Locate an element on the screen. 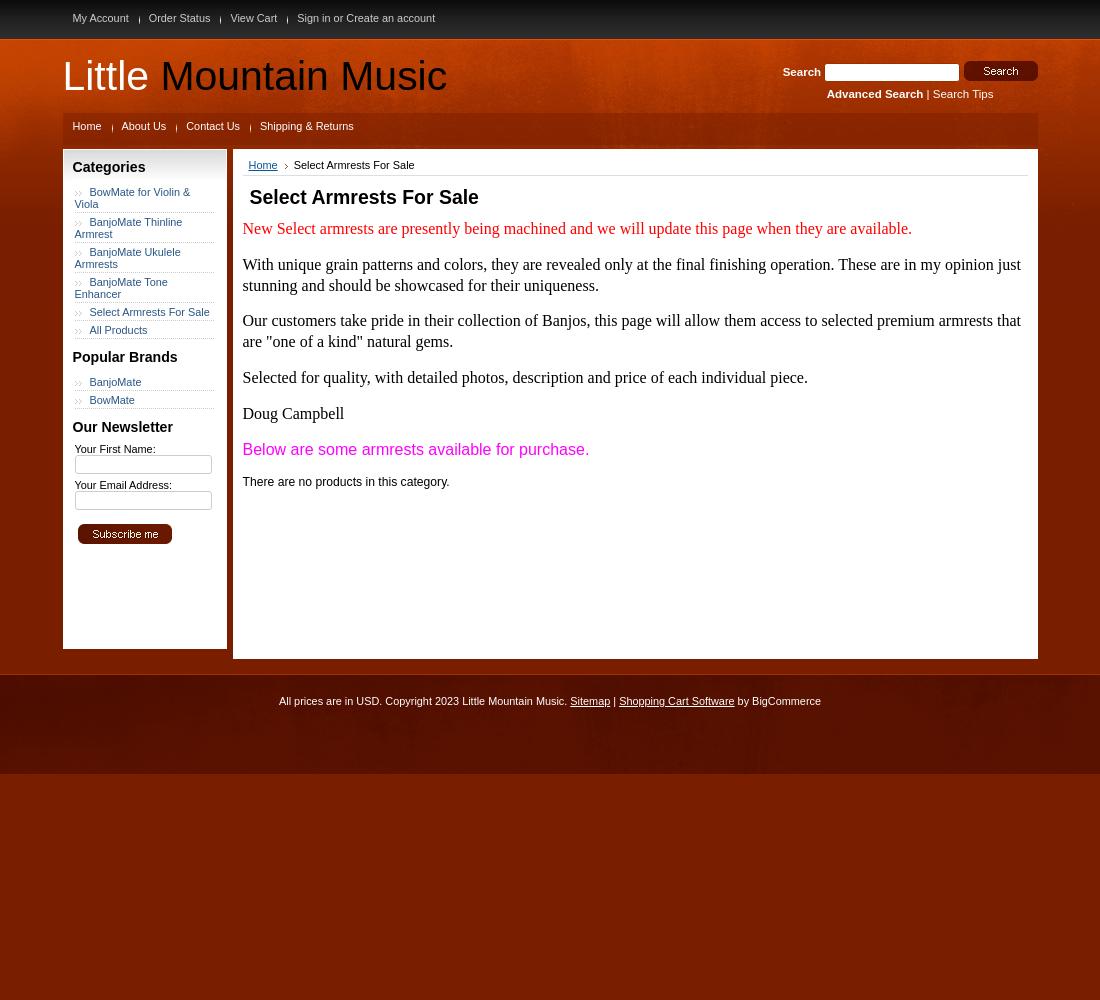 Image resolution: width=1100 pixels, height=1000 pixels. 'Mountain Music' is located at coordinates (296, 75).